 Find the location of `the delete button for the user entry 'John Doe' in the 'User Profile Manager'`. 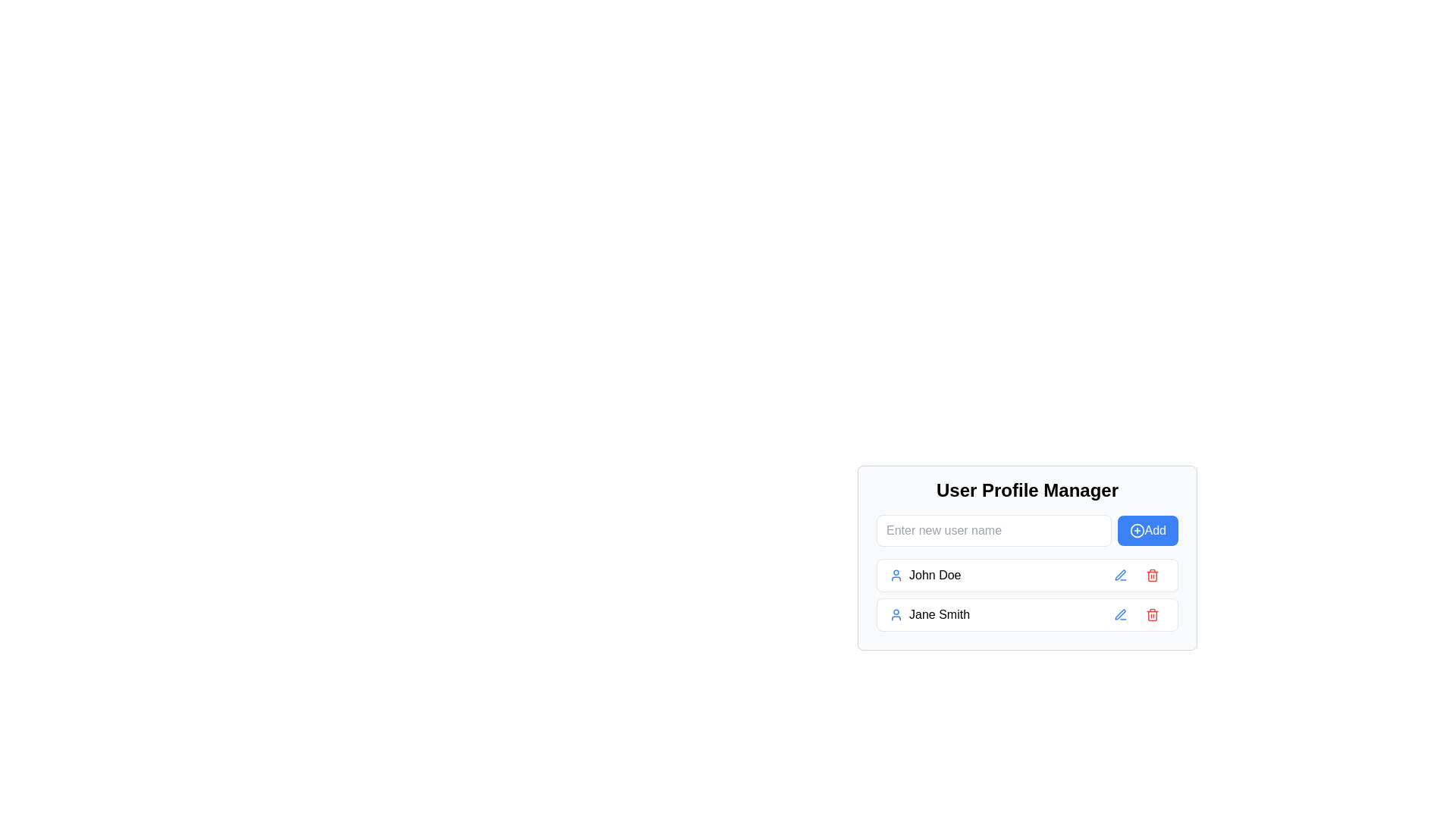

the delete button for the user entry 'John Doe' in the 'User Profile Manager' is located at coordinates (1153, 576).